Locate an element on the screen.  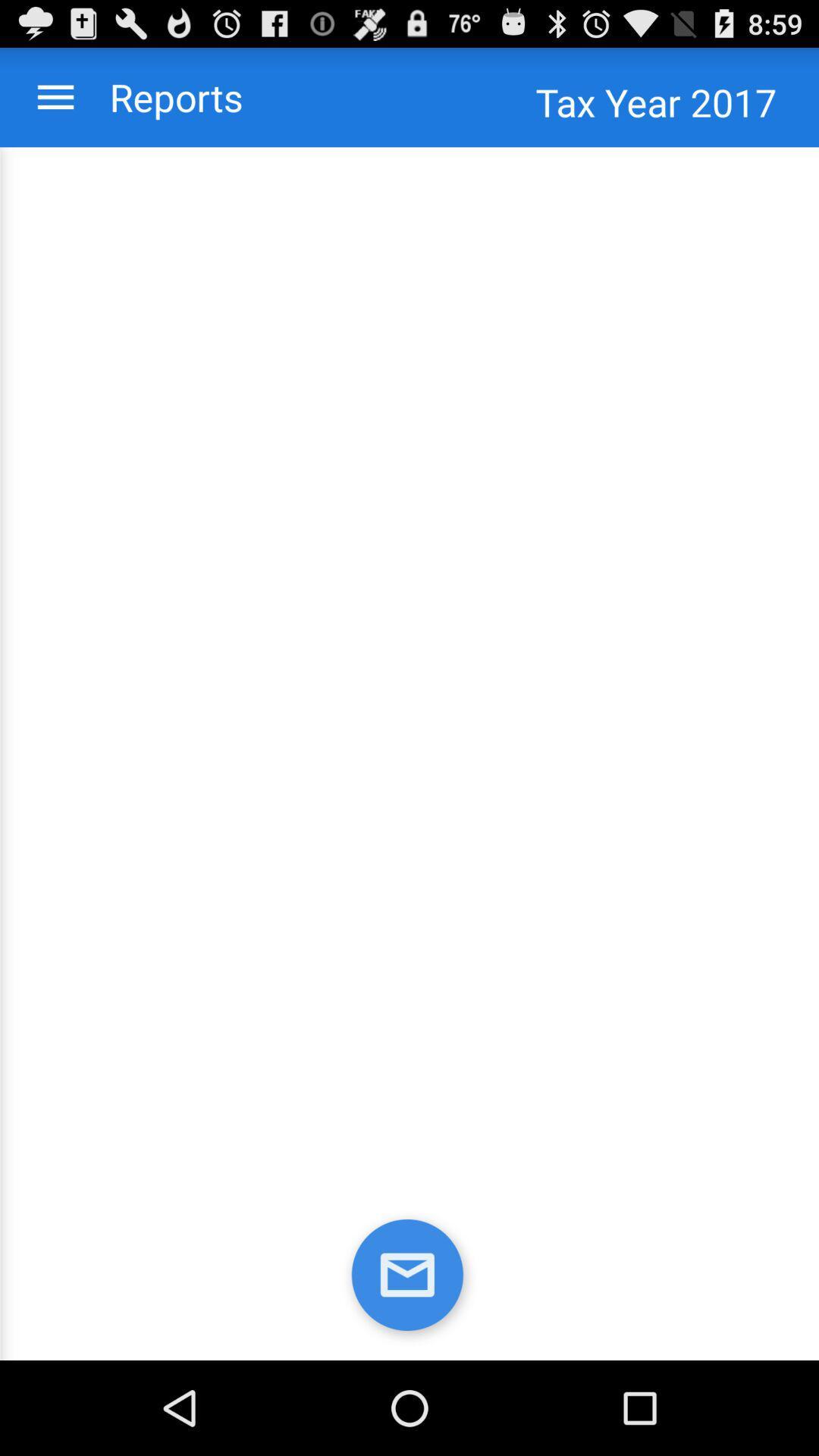
show more items is located at coordinates (55, 96).